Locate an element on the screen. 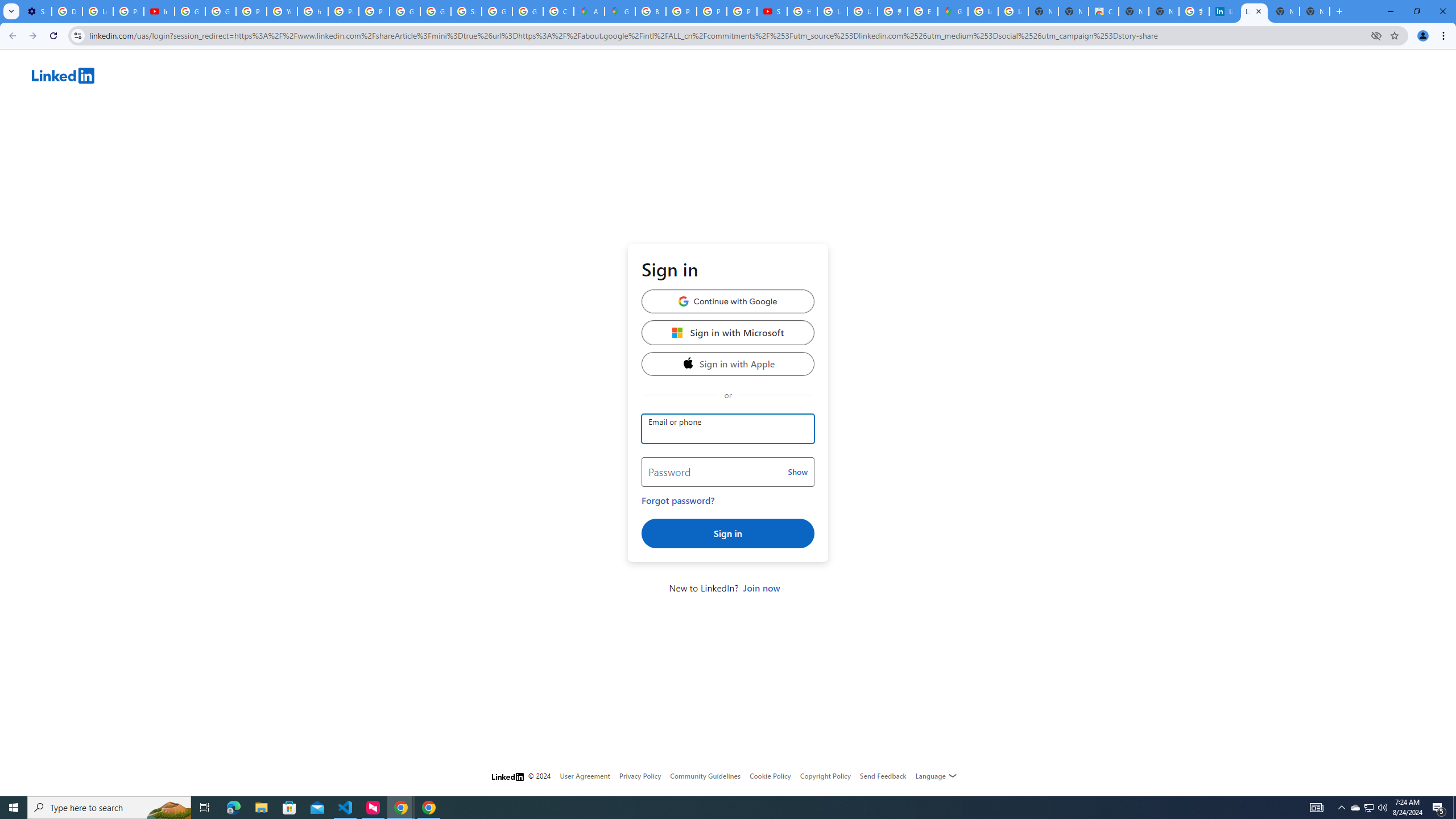 This screenshot has height=819, width=1456. 'Sign in with Microsoft' is located at coordinates (728, 332).